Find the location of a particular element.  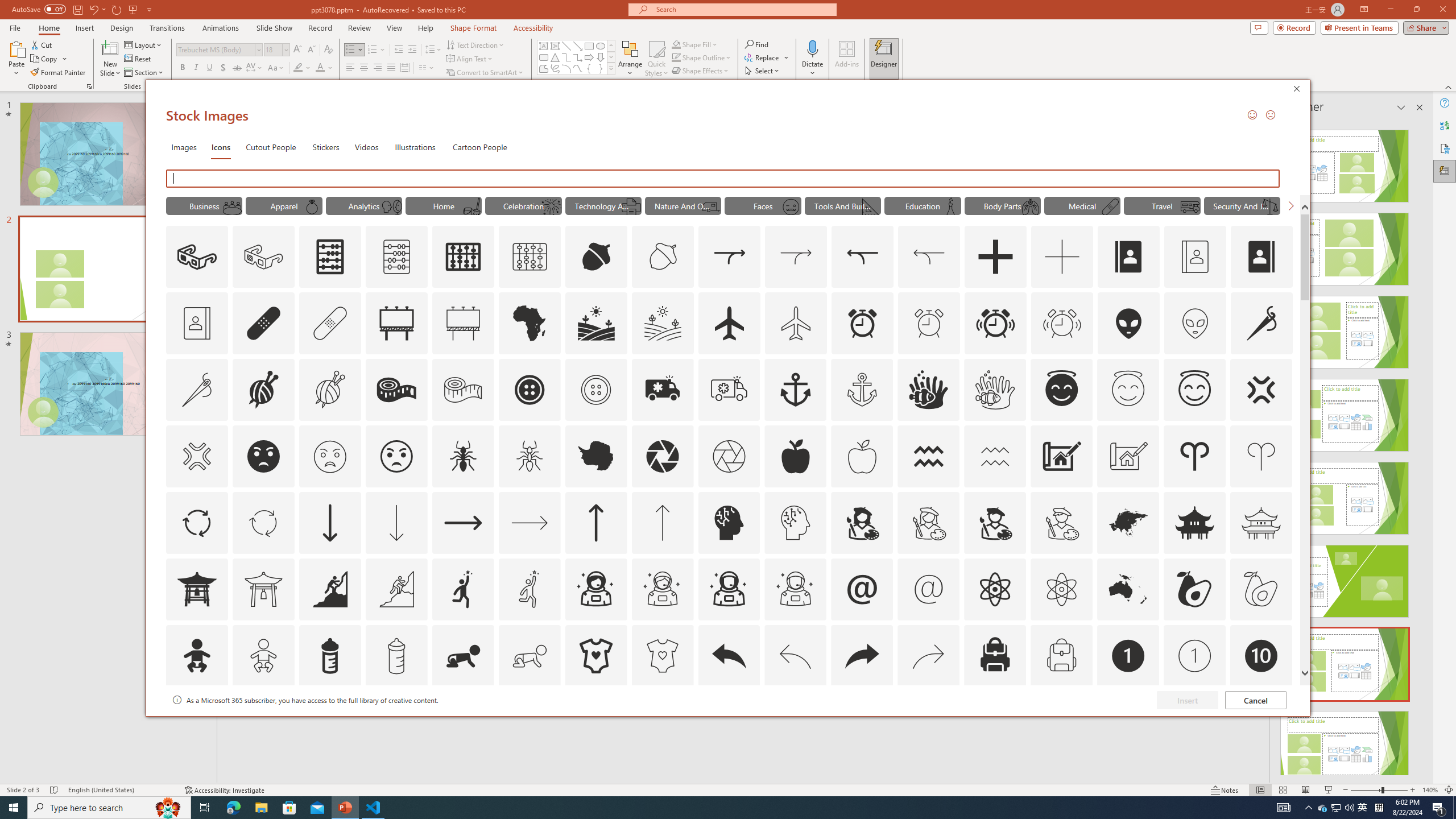

'AutomationID: Icons_MoustacheFace_M' is located at coordinates (791, 206).